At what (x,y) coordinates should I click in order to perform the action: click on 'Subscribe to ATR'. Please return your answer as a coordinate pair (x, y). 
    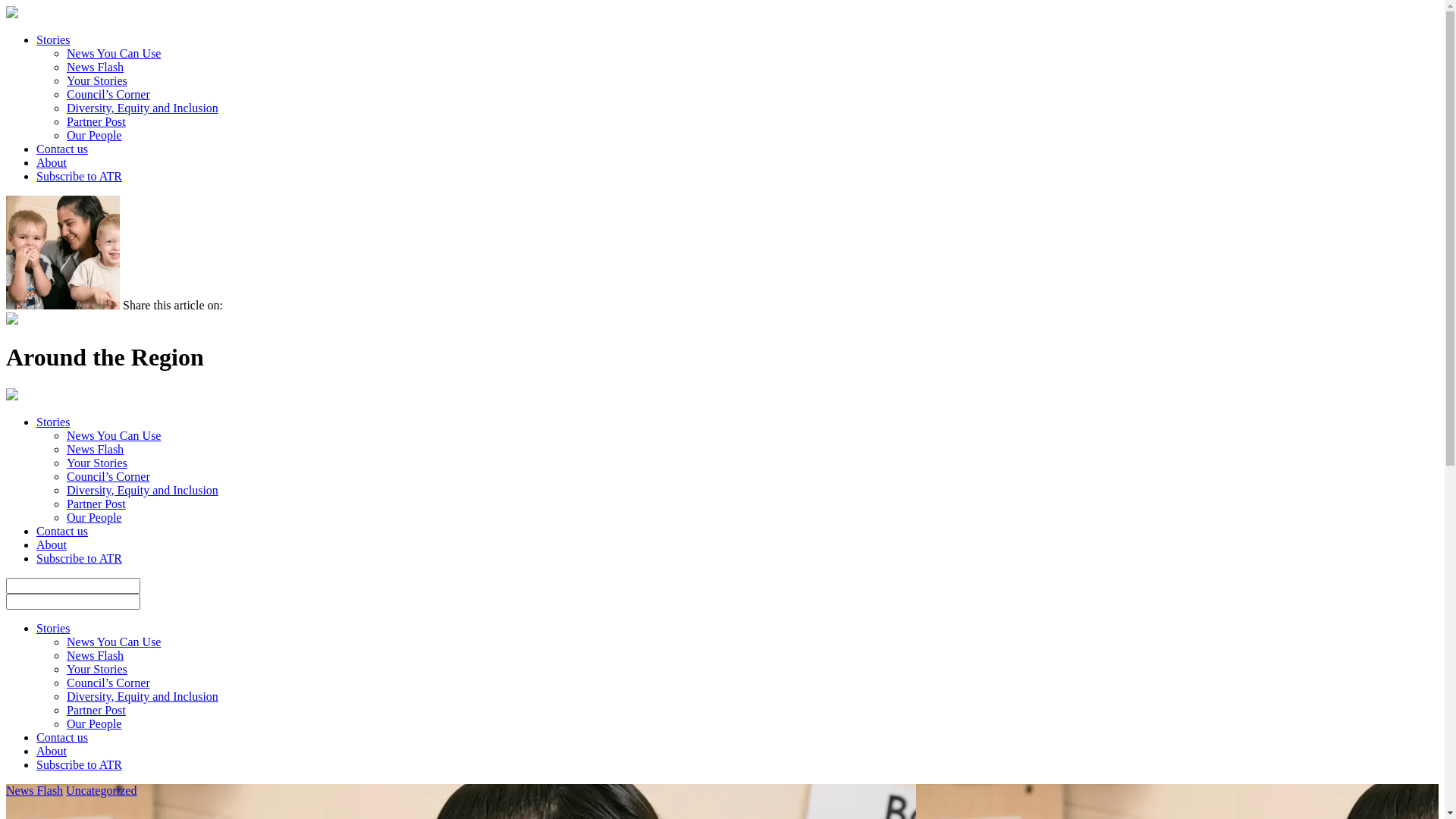
    Looking at the image, I should click on (78, 764).